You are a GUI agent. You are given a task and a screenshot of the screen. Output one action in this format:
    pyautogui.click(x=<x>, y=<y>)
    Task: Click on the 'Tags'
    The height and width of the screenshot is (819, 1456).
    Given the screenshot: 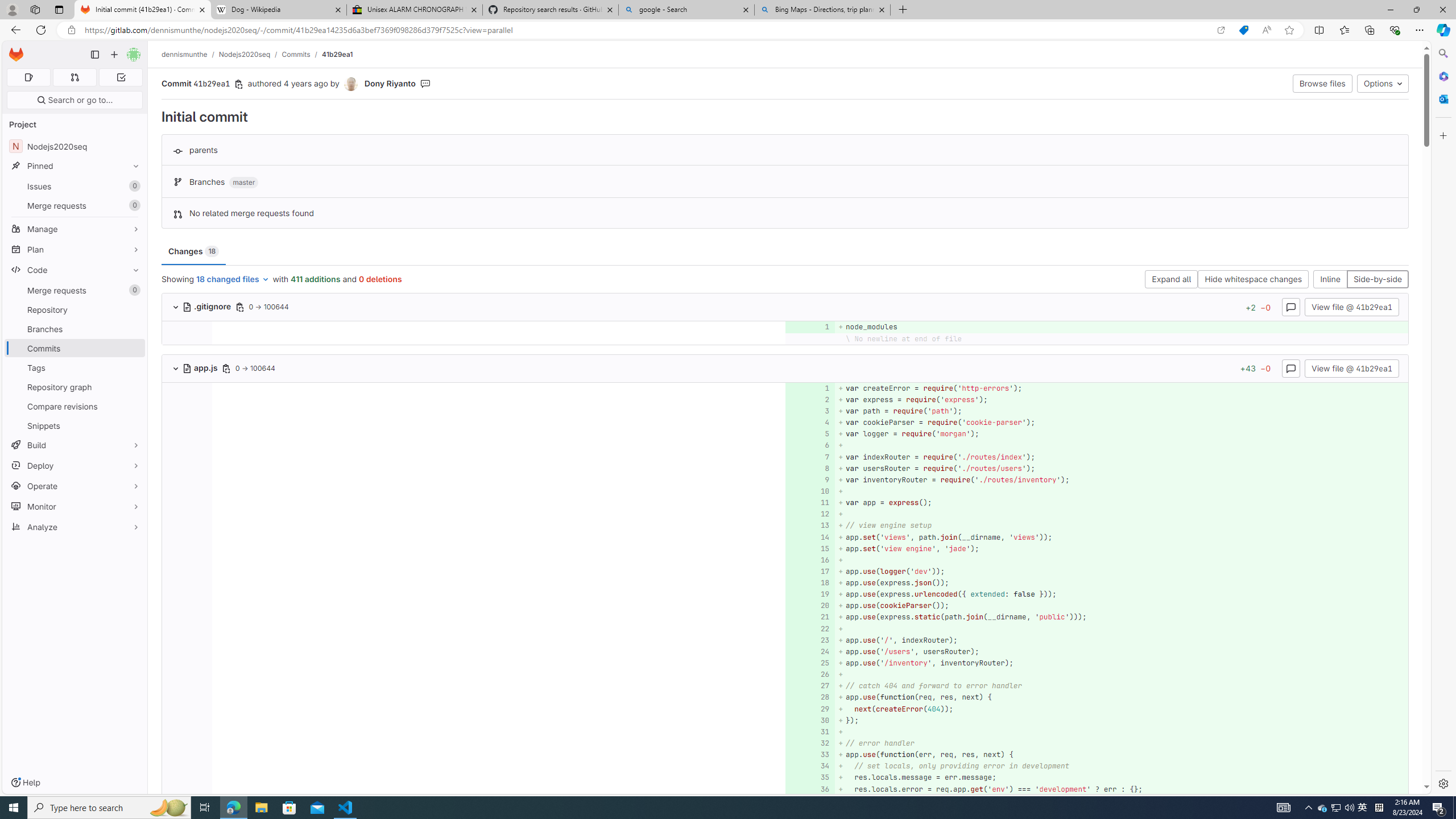 What is the action you would take?
    pyautogui.click(x=74, y=367)
    